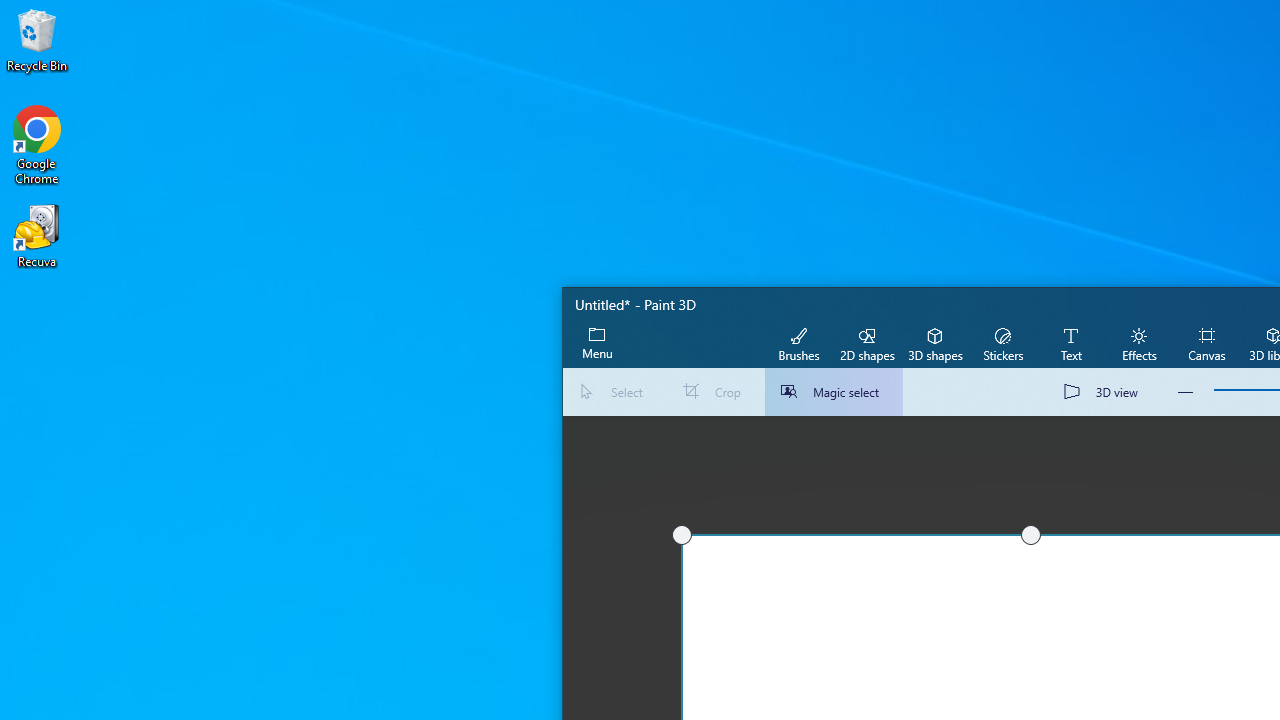  Describe the element at coordinates (1138, 342) in the screenshot. I see `'Effects'` at that location.